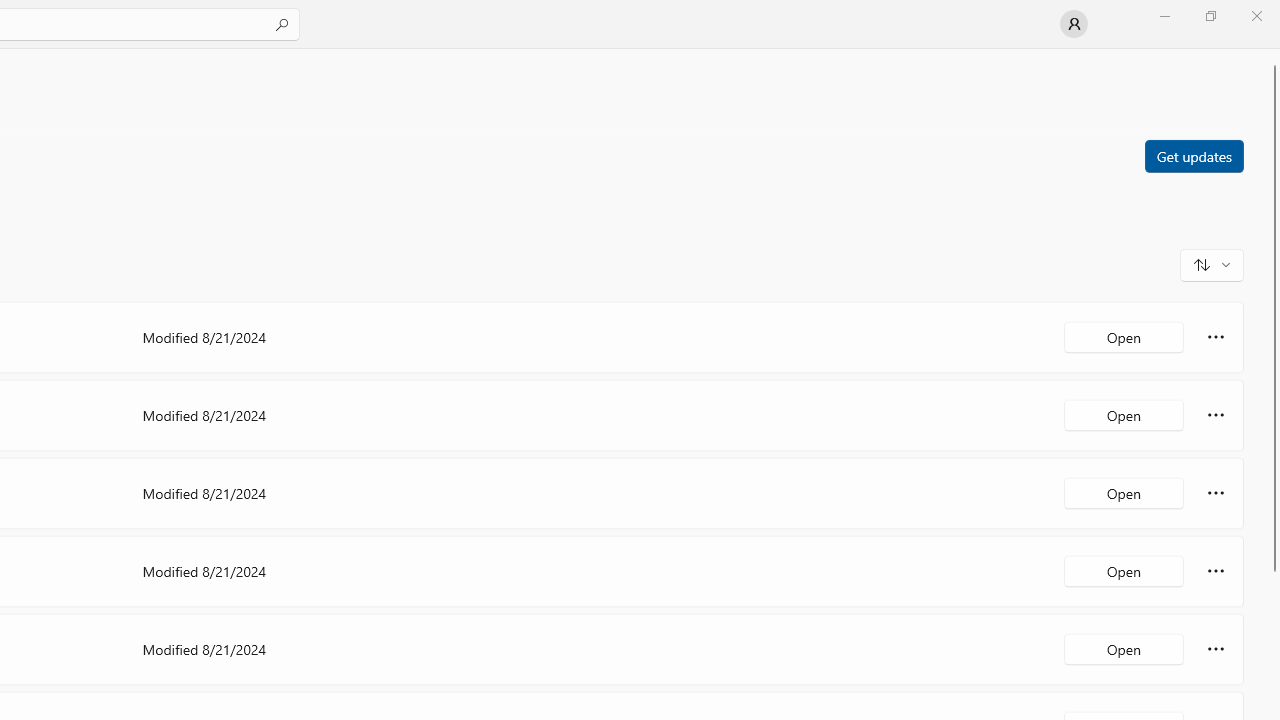 This screenshot has width=1280, height=720. Describe the element at coordinates (1164, 15) in the screenshot. I see `'Minimize Microsoft Store'` at that location.